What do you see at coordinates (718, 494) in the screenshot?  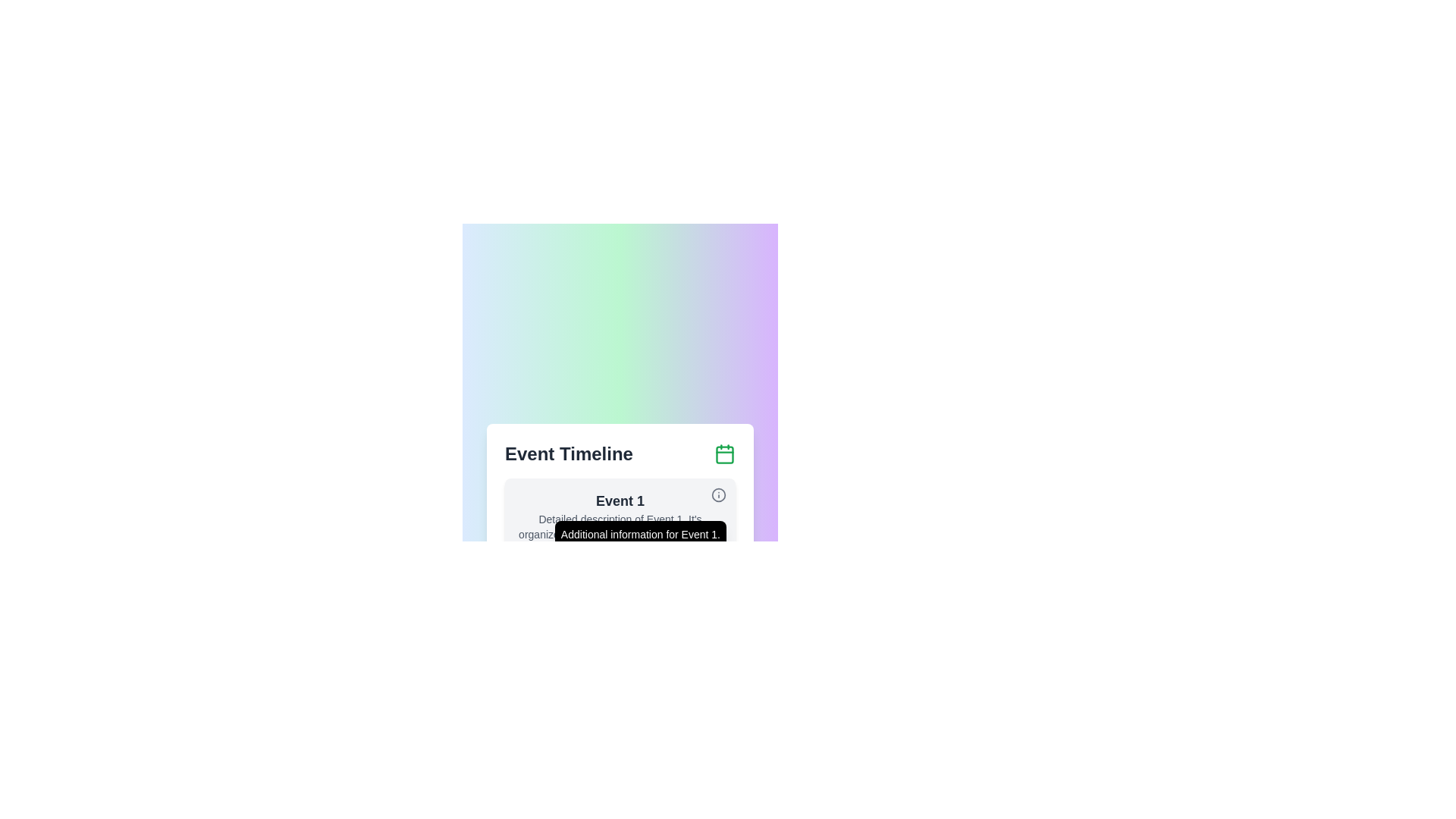 I see `the interactive information icon located at the top-right corner of the event card to change its appearance` at bounding box center [718, 494].